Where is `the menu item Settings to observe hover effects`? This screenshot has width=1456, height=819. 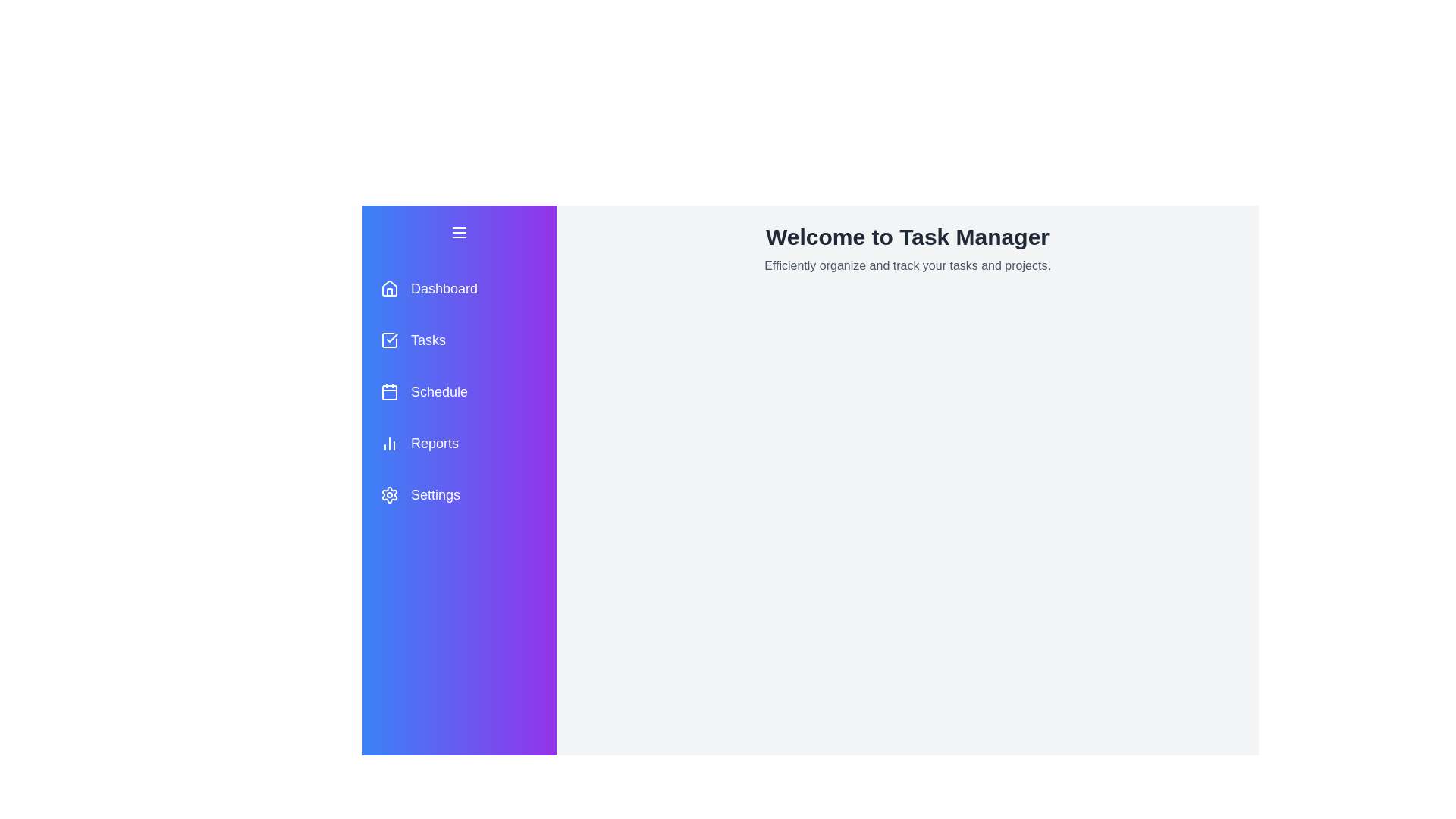
the menu item Settings to observe hover effects is located at coordinates (458, 494).